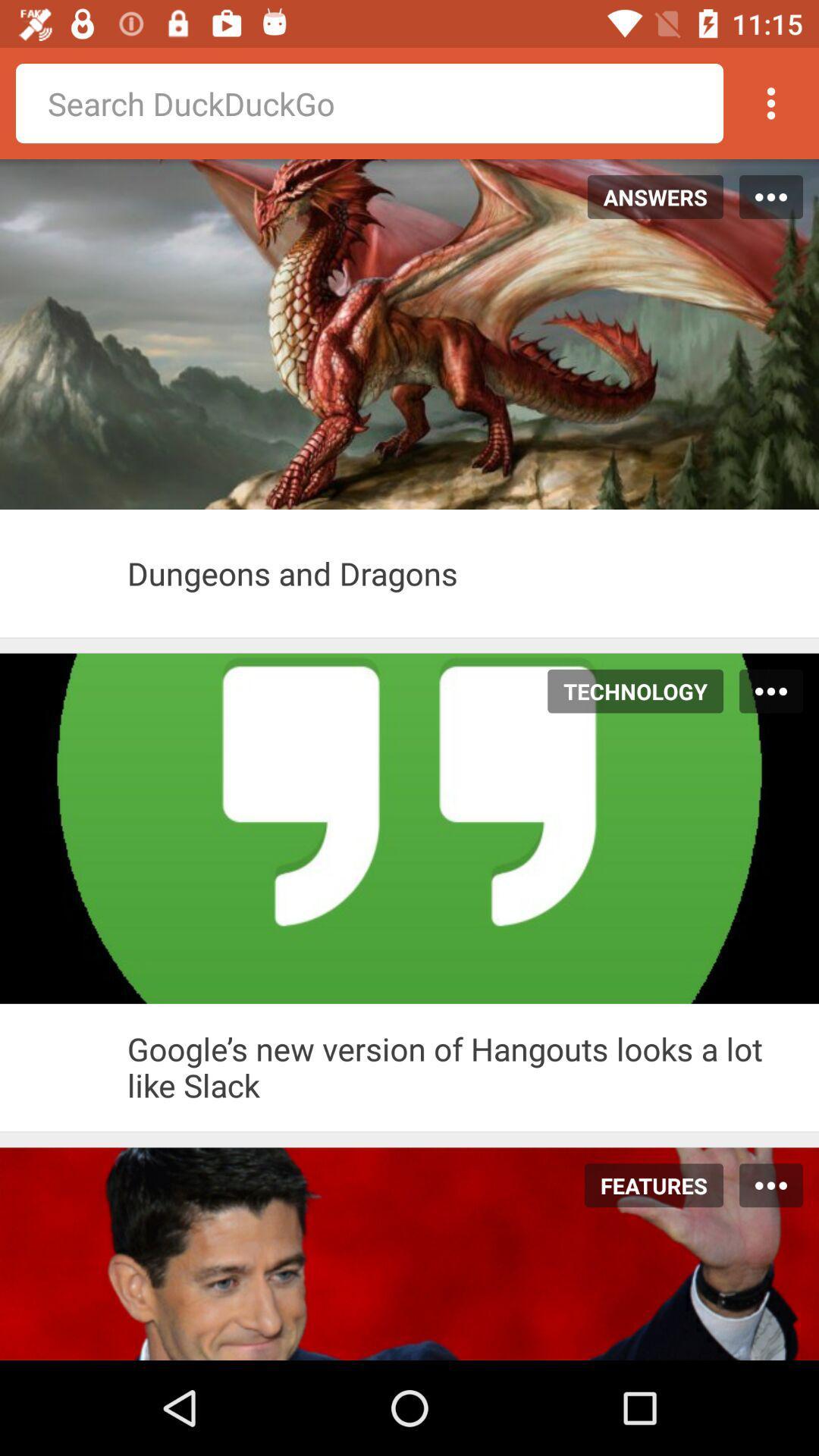 Image resolution: width=819 pixels, height=1456 pixels. I want to click on button right to answers at top right, so click(771, 196).